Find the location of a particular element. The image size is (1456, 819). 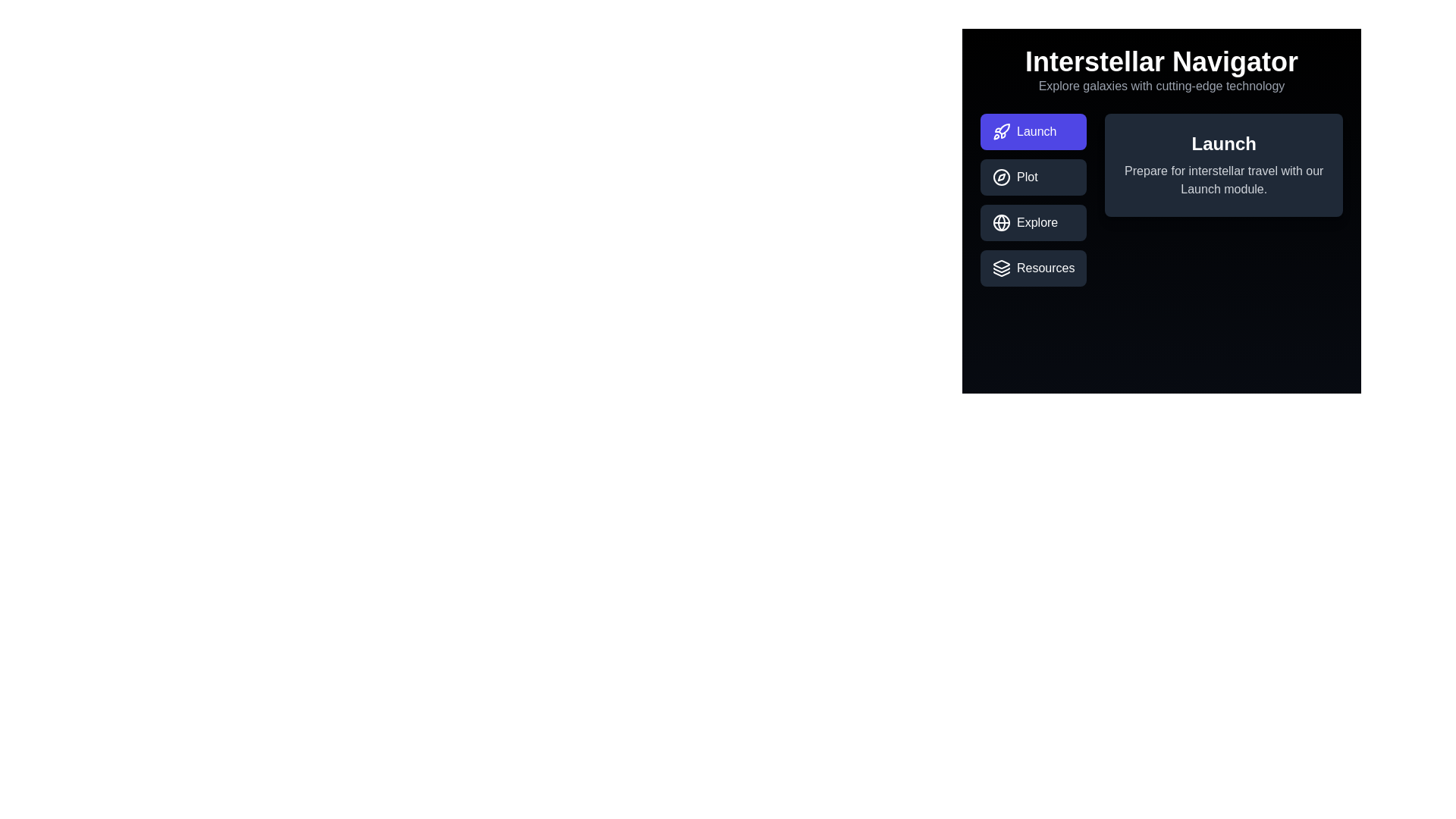

the icon within the tab labeled Plot is located at coordinates (1001, 177).